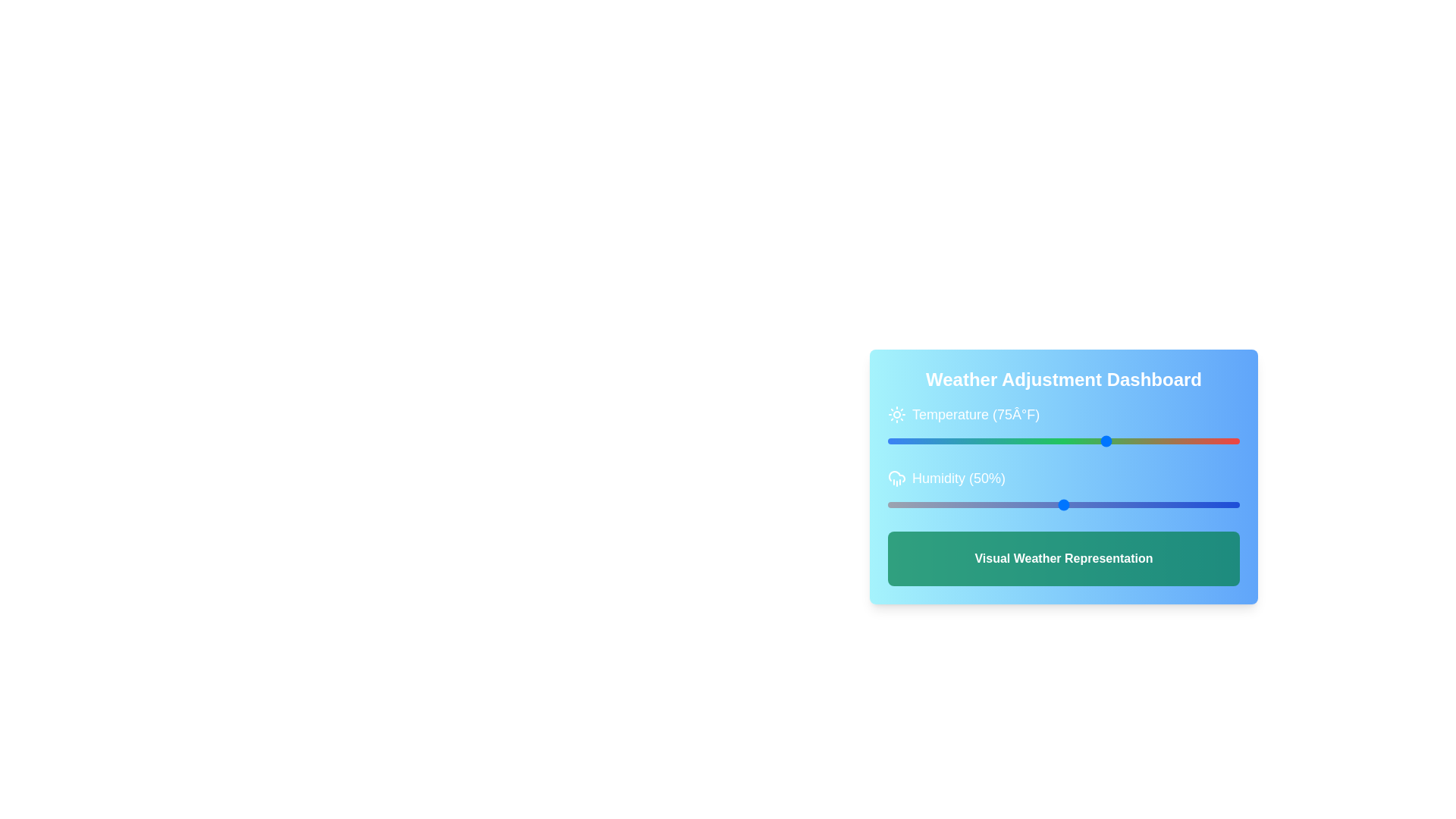 The image size is (1456, 819). Describe the element at coordinates (968, 441) in the screenshot. I see `the temperature slider to -4 degrees Fahrenheit` at that location.